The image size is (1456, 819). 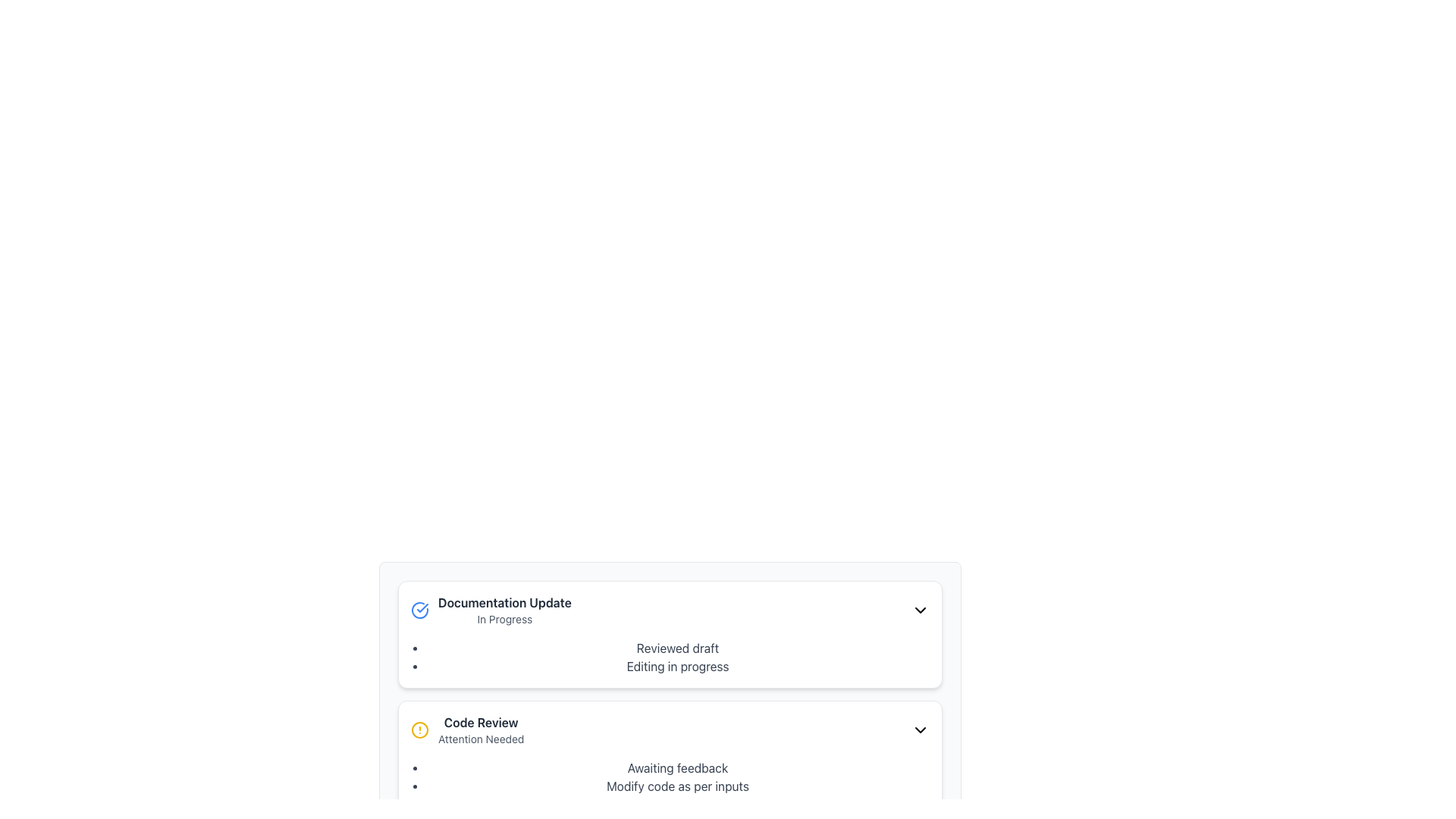 I want to click on the 'Code Review' status text block located under the 'Documentation Update' section, which indicates attention is needed, so click(x=480, y=730).